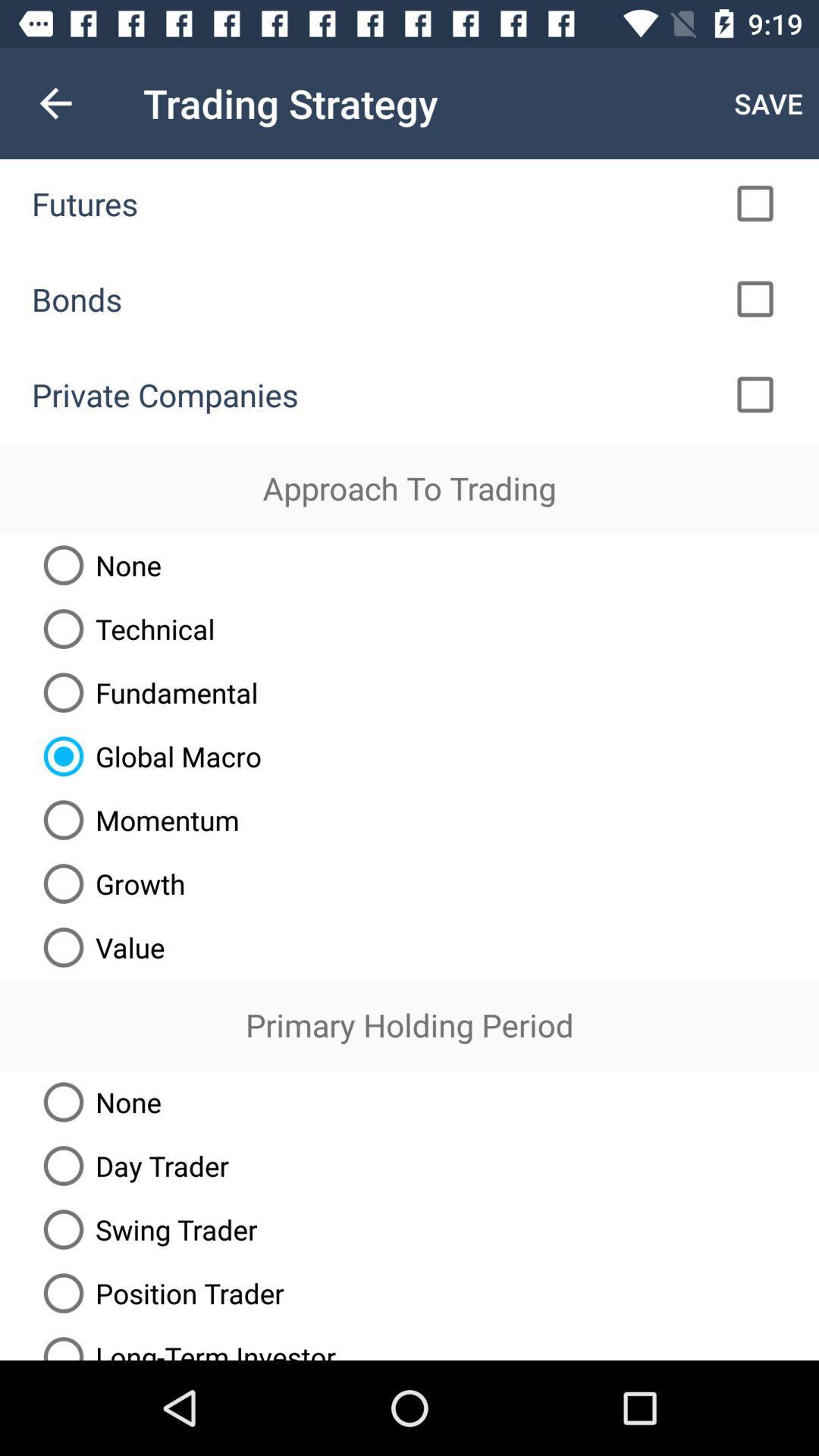 This screenshot has width=819, height=1456. Describe the element at coordinates (98, 946) in the screenshot. I see `value item` at that location.